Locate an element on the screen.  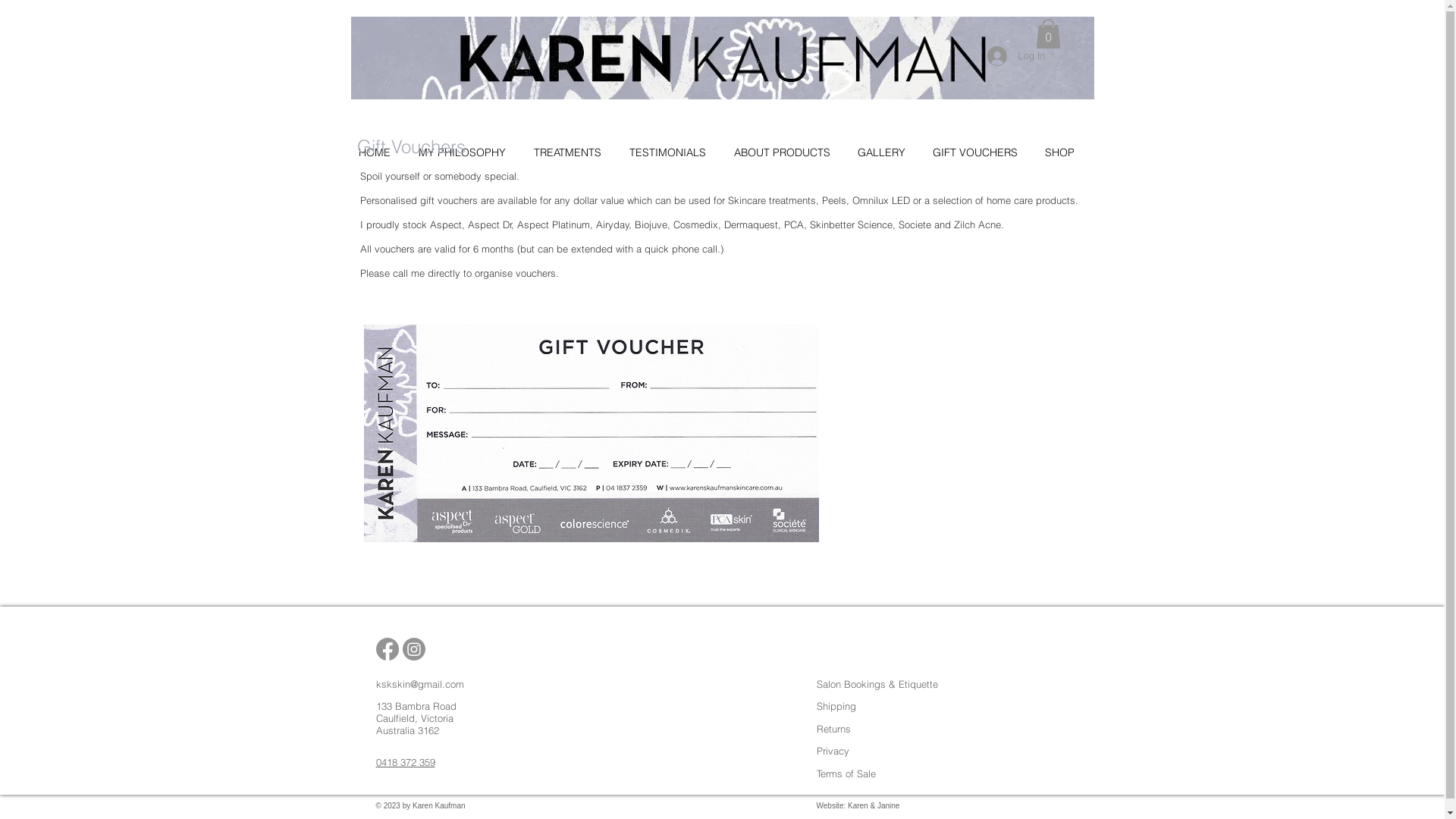
'kskskin@gmail.com' is located at coordinates (419, 684).